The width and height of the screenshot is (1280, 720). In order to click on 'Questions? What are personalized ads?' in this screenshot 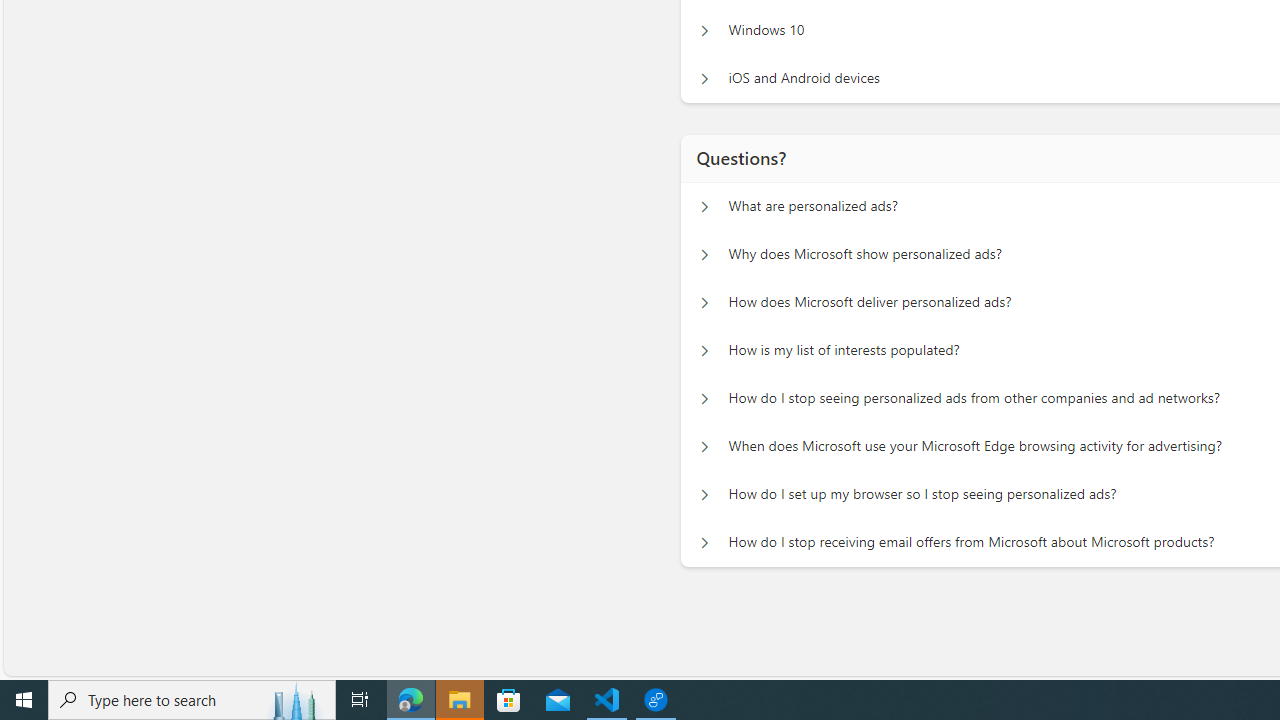, I will do `click(704, 206)`.